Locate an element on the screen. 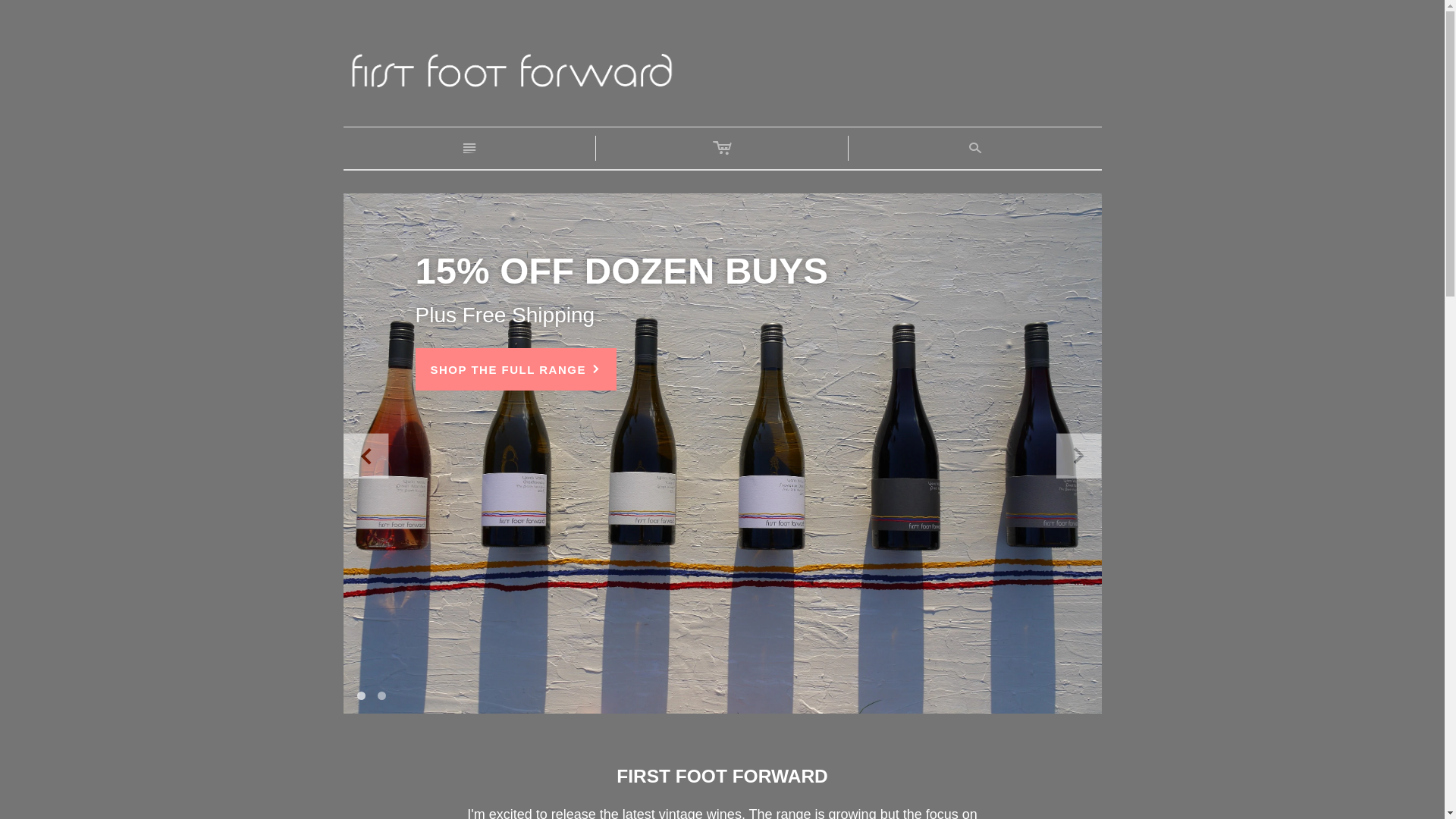 Image resolution: width=1456 pixels, height=819 pixels. 'c' is located at coordinates (595, 148).